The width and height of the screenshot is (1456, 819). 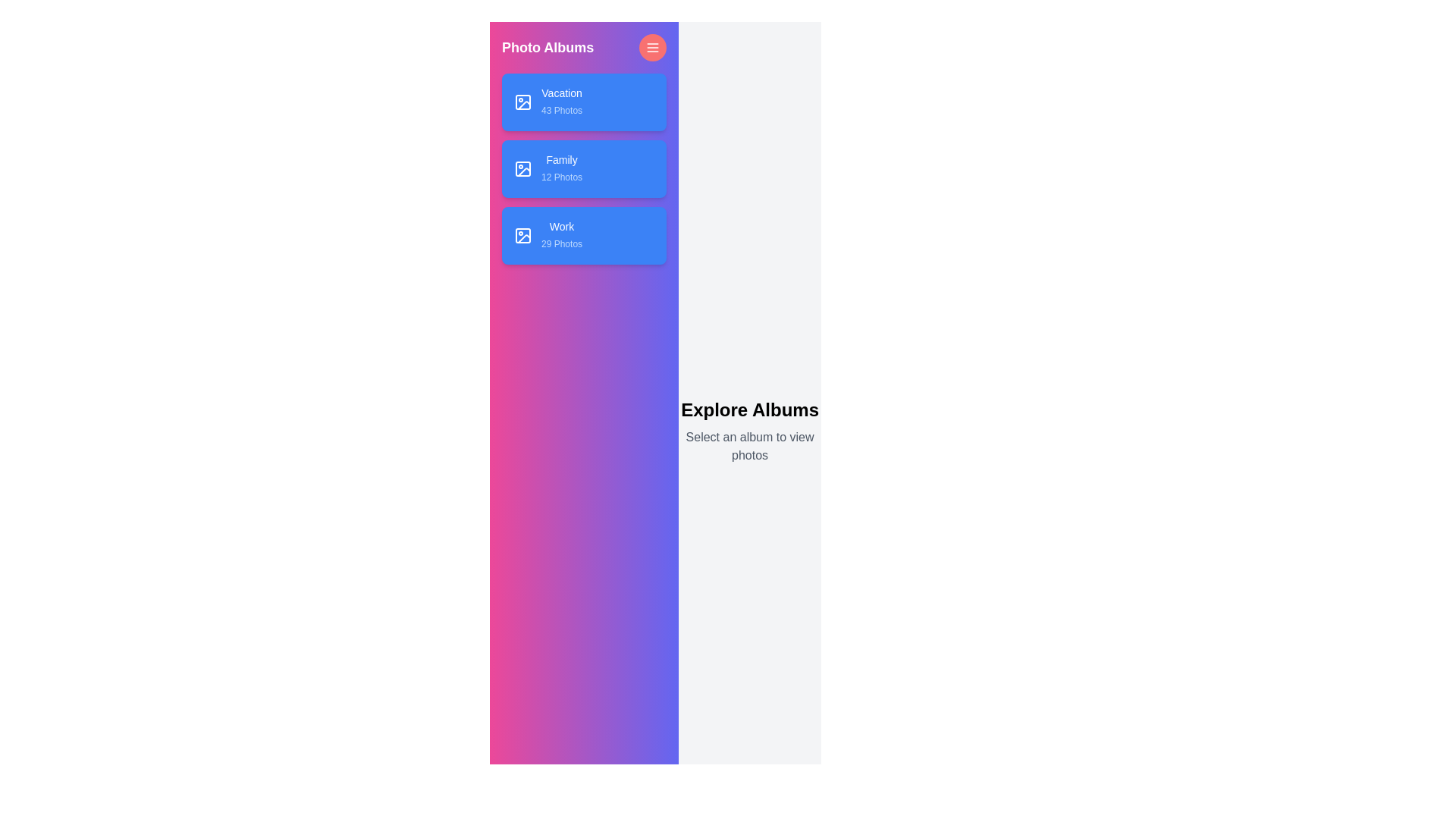 What do you see at coordinates (583, 169) in the screenshot?
I see `the album named Family` at bounding box center [583, 169].